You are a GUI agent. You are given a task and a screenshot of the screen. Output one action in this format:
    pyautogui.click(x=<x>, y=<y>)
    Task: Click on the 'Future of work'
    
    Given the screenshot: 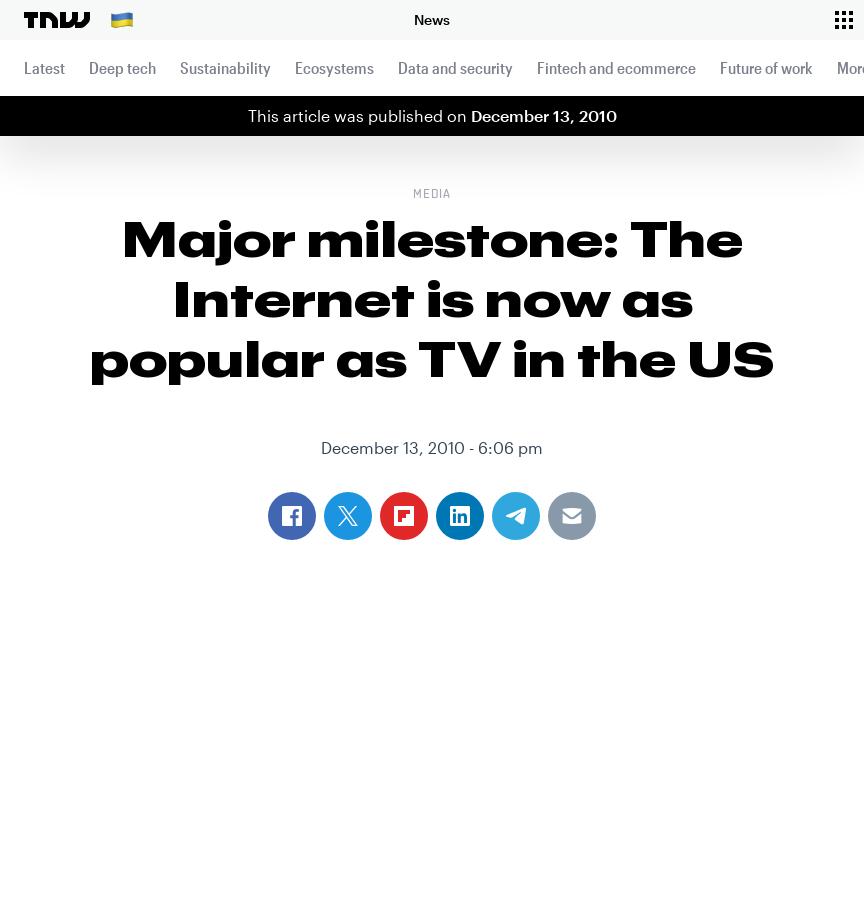 What is the action you would take?
    pyautogui.click(x=765, y=66)
    